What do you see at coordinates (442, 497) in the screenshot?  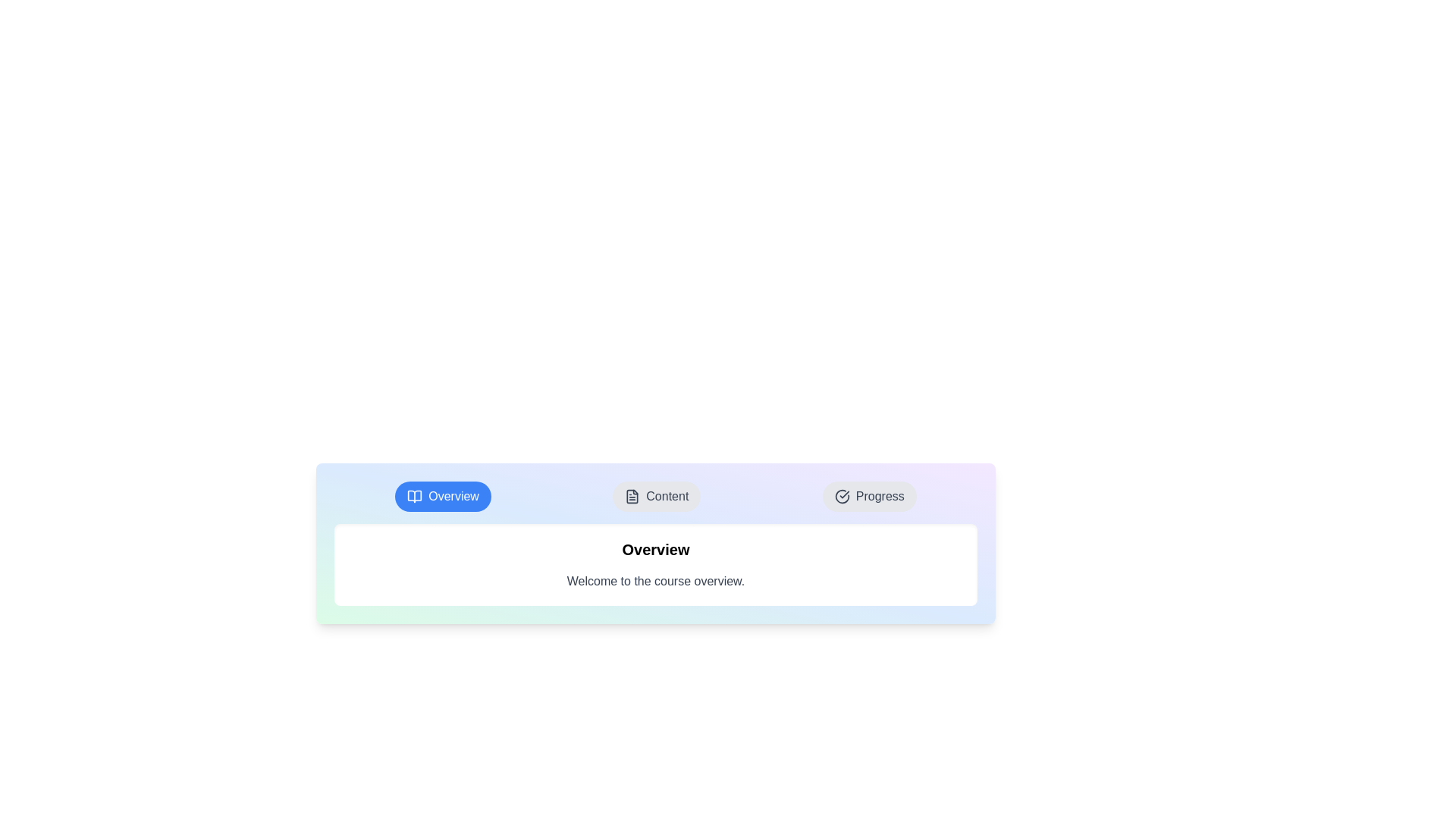 I see `the Overview tab in the CourseManagementTabs component` at bounding box center [442, 497].